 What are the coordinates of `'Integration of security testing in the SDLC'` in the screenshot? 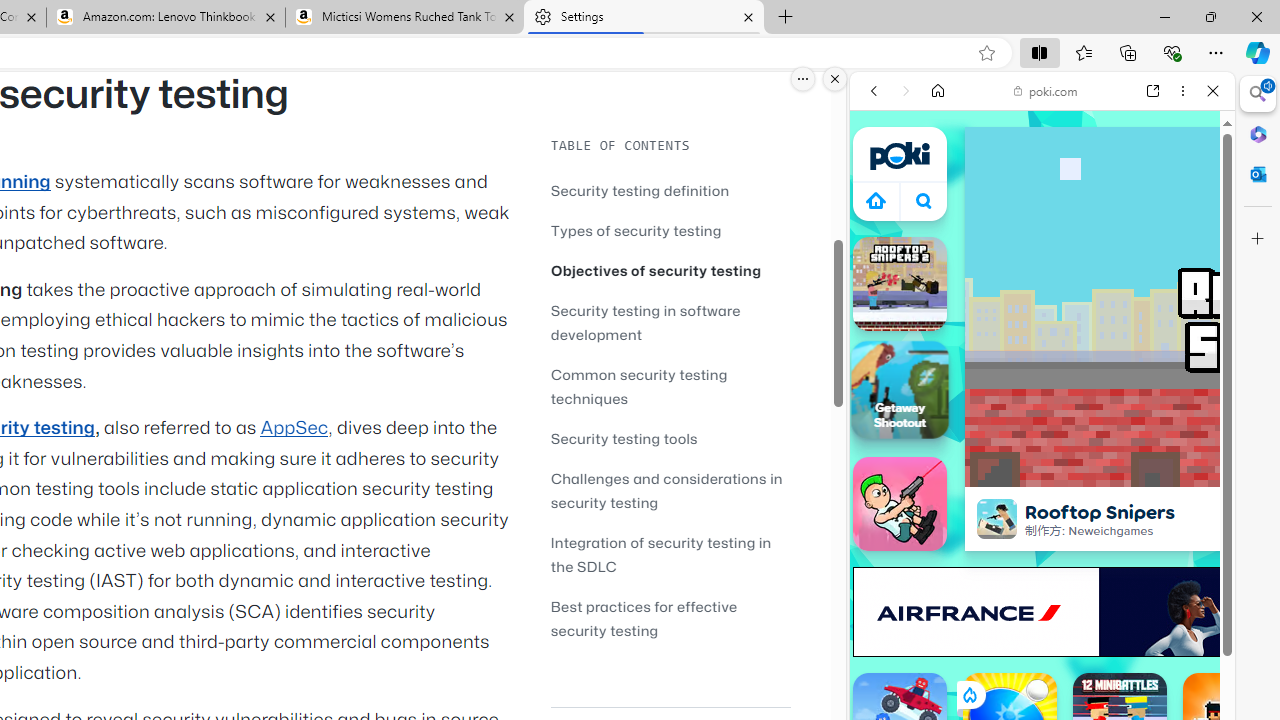 It's located at (661, 554).